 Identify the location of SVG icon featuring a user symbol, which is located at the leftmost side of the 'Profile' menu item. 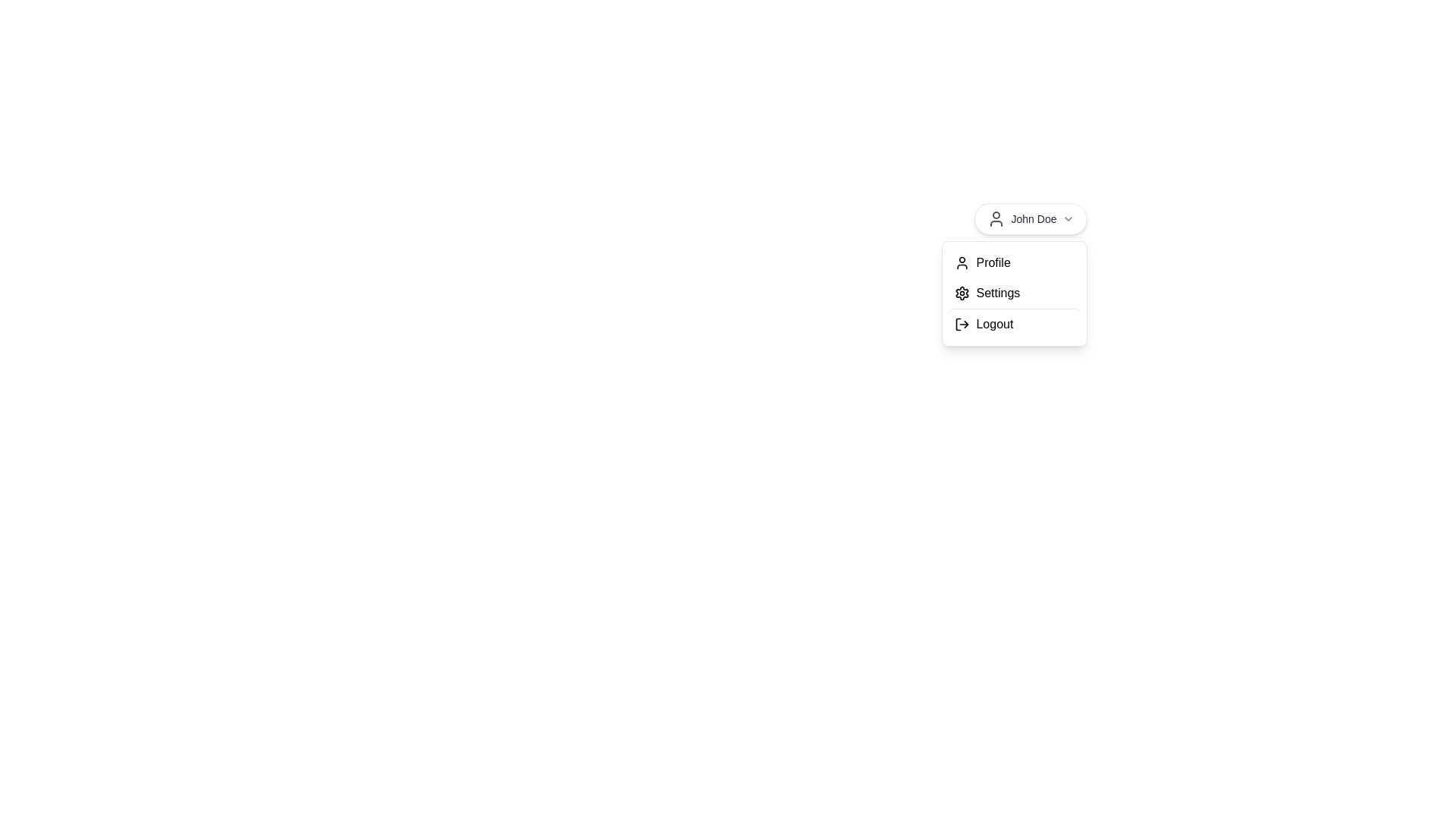
(962, 262).